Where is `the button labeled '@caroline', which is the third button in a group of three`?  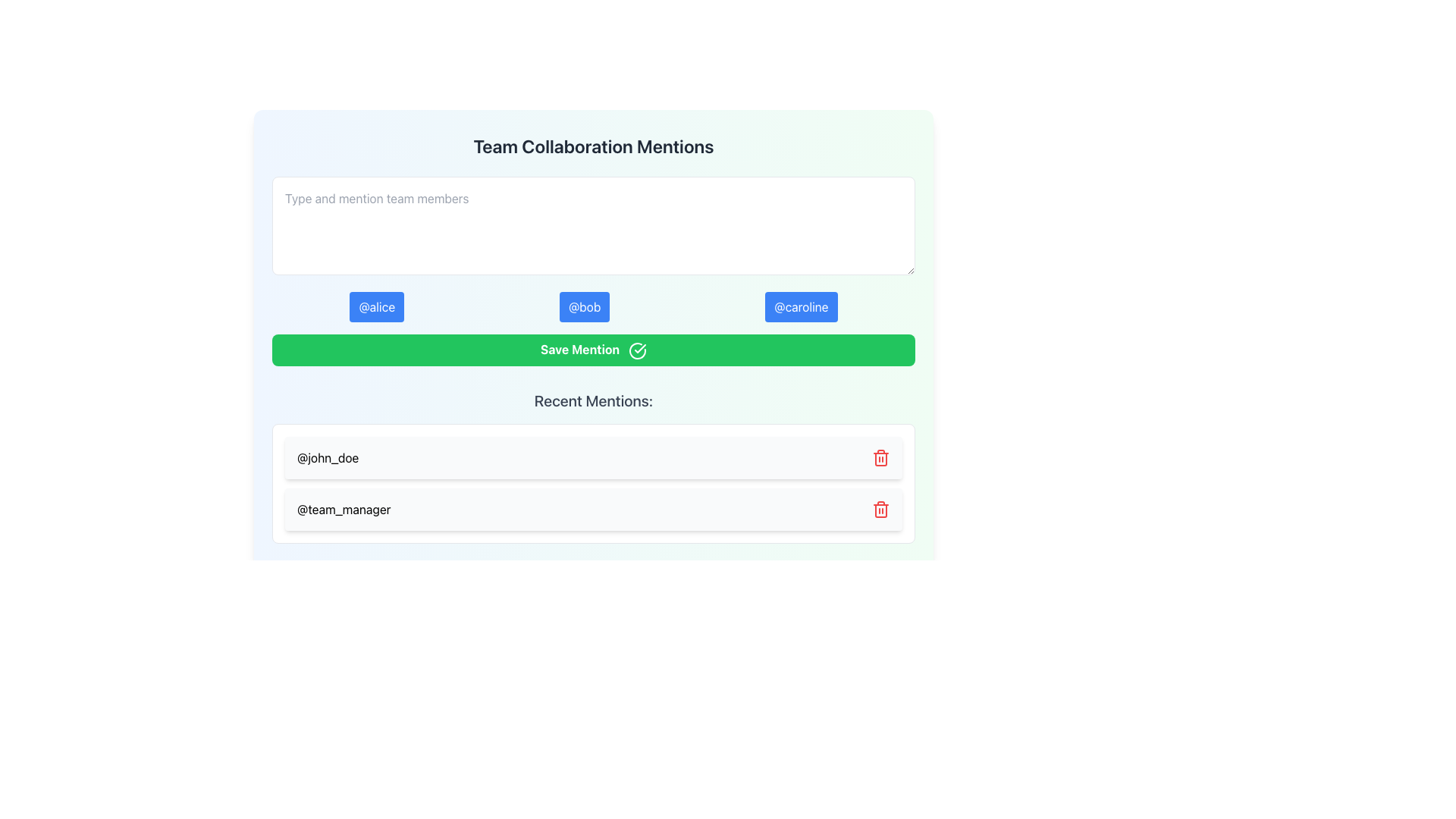
the button labeled '@caroline', which is the third button in a group of three is located at coordinates (800, 307).